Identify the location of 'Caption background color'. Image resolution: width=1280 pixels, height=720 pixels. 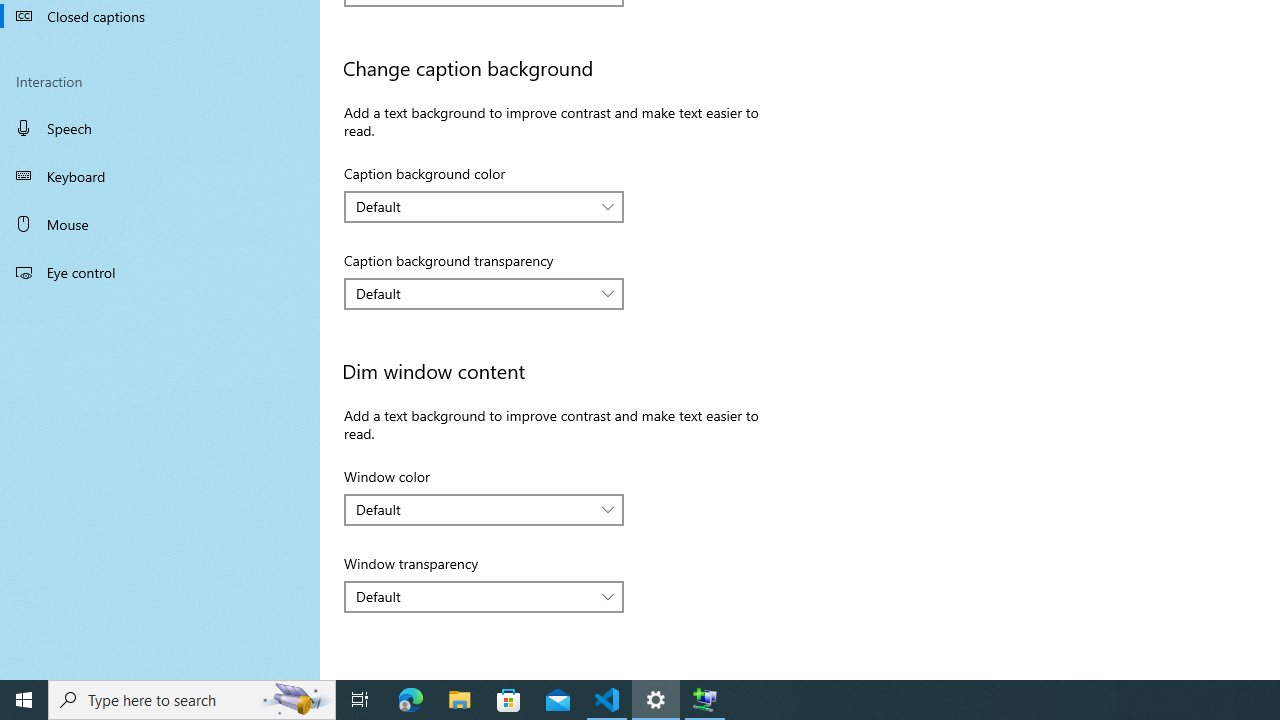
(484, 206).